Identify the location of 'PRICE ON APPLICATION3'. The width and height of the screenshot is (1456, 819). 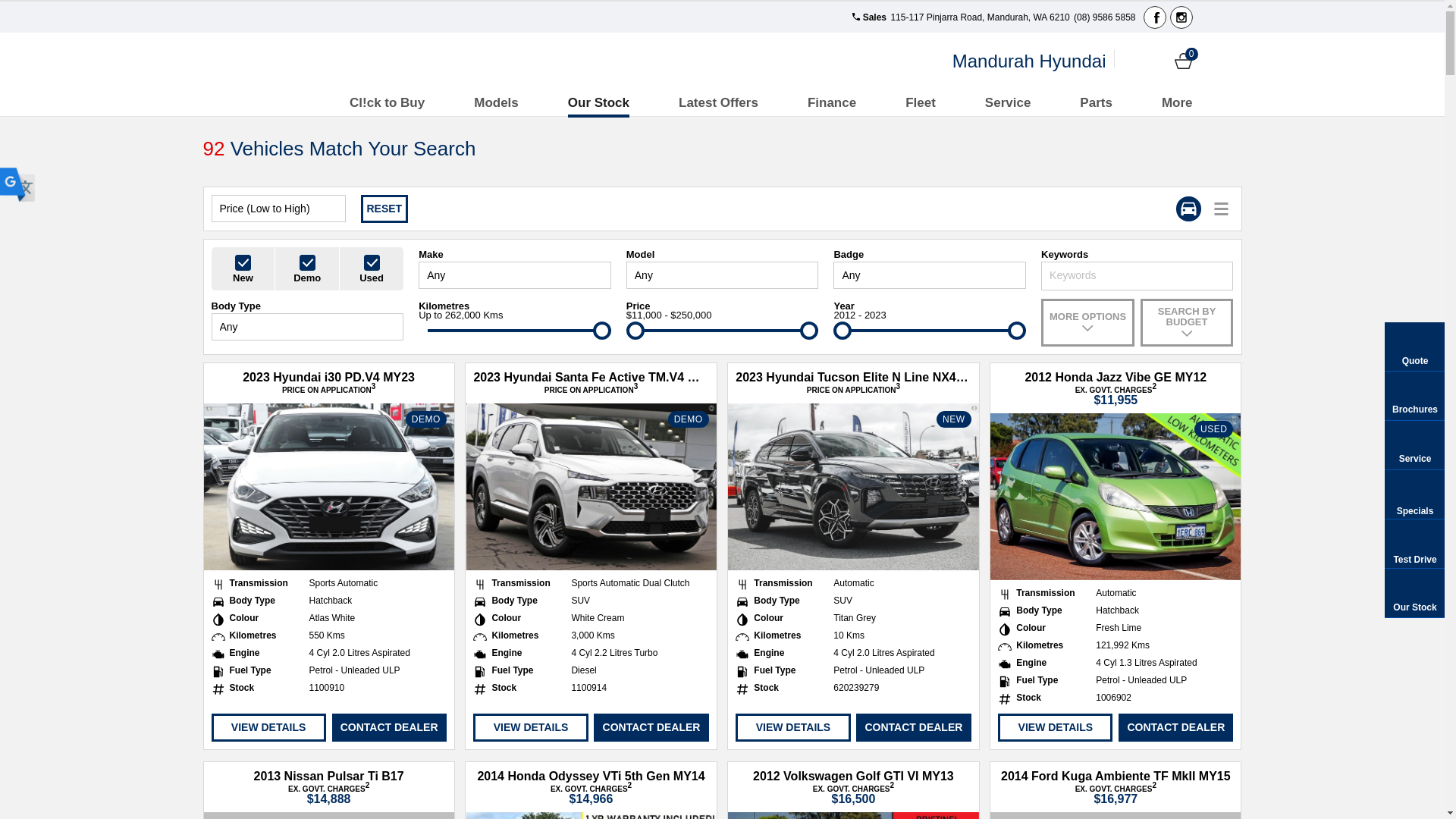
(328, 389).